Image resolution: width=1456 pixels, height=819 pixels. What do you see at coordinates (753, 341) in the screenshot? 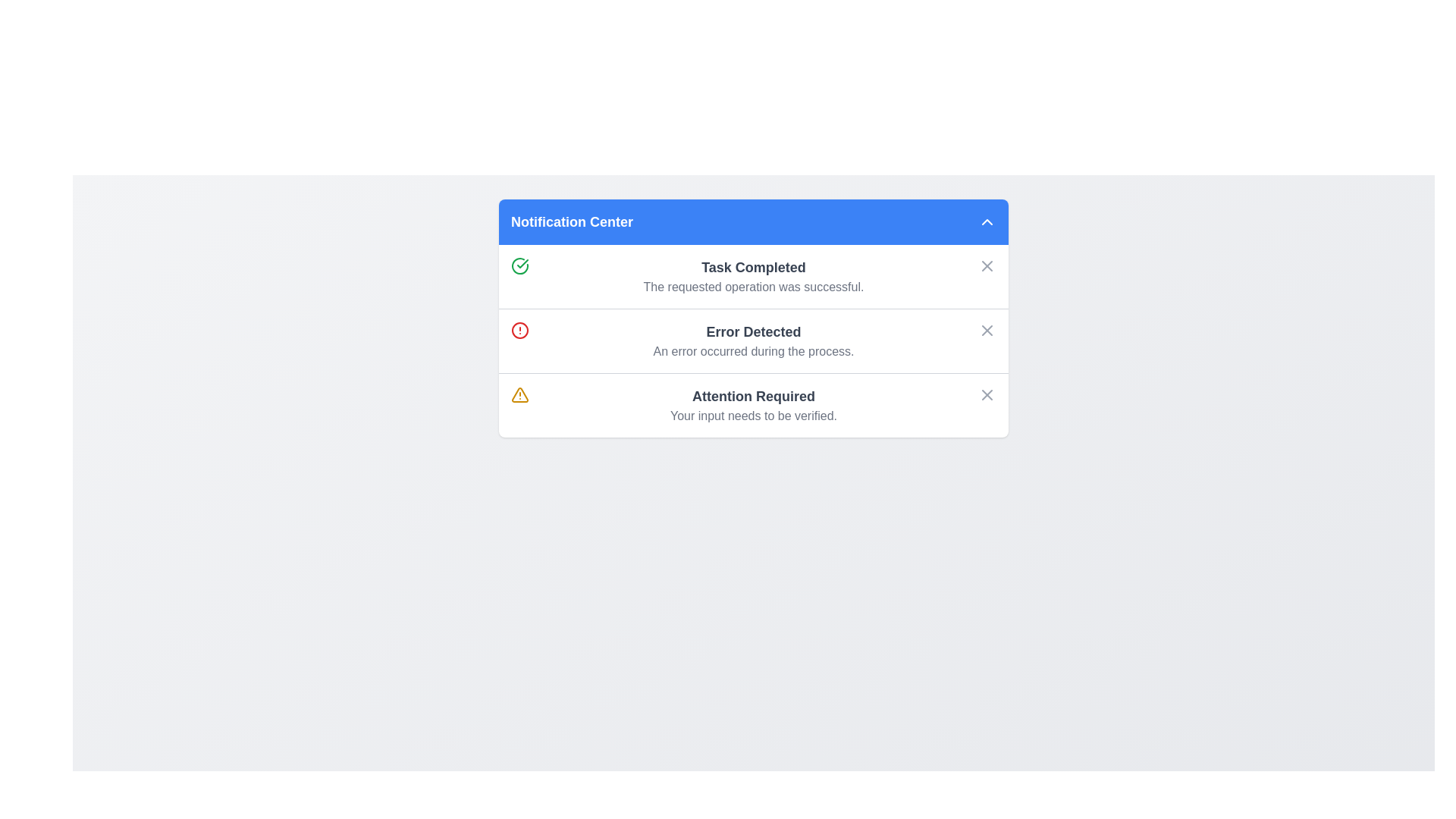
I see `the second notification item in the notification panel, which displays a red exclamation icon, the title 'Error Detected', and the message 'An error occurred during the process.'` at bounding box center [753, 341].